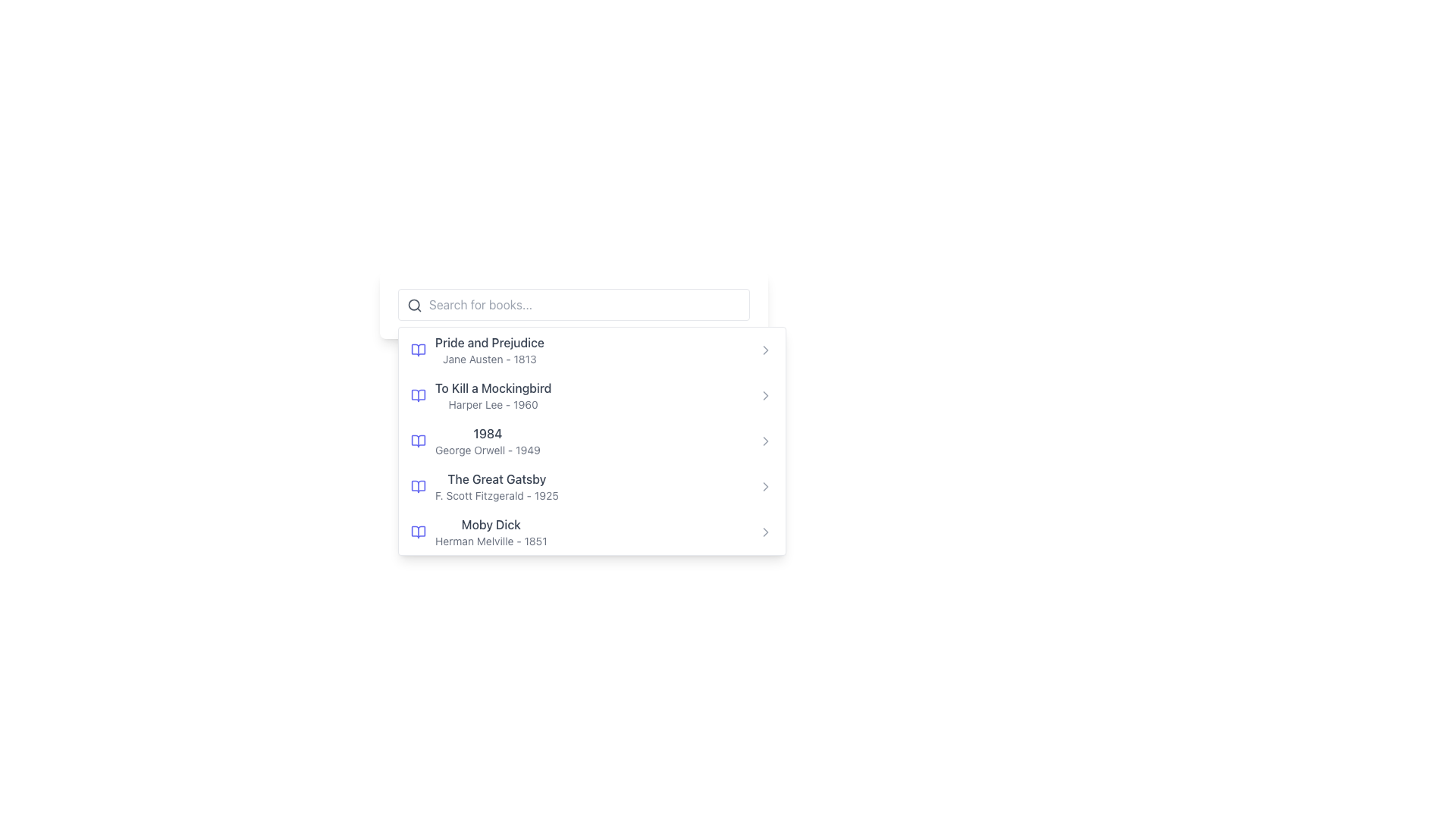  Describe the element at coordinates (480, 394) in the screenshot. I see `the second selectable book entry in the dropdown menu` at that location.